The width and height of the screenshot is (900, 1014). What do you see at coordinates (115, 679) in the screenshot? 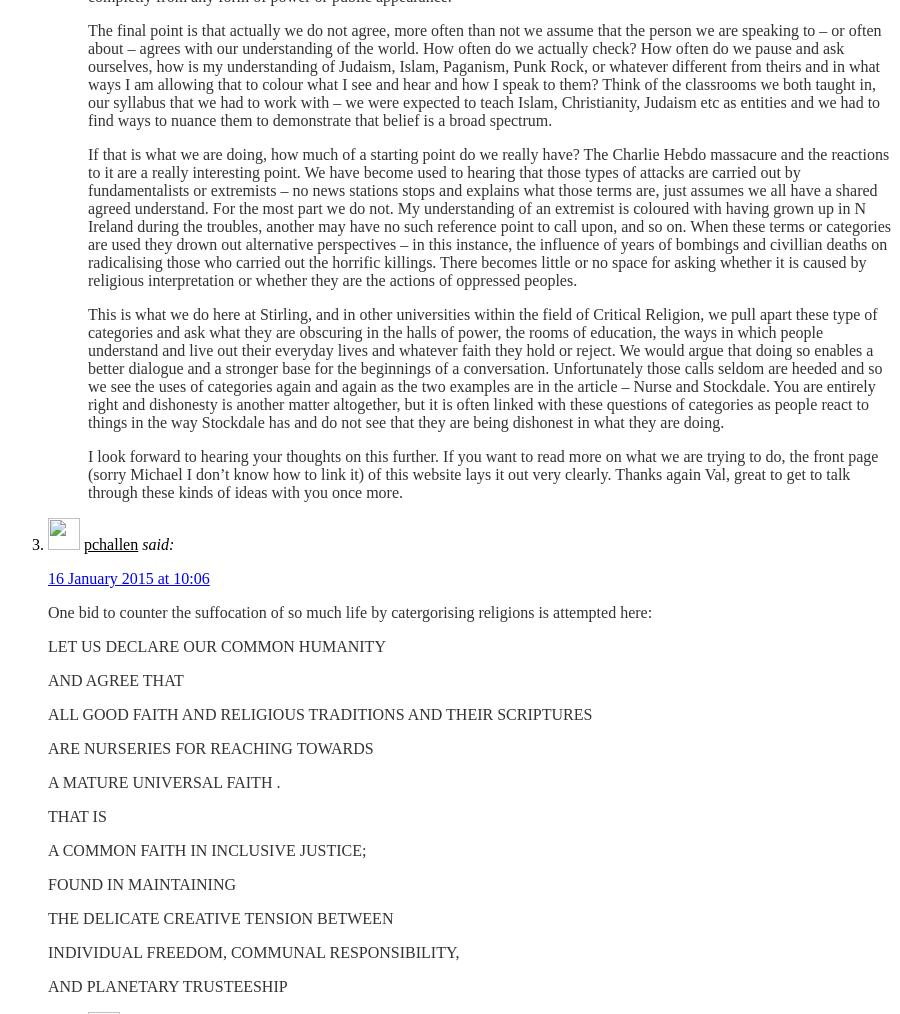
I see `'AND AGREE THAT'` at bounding box center [115, 679].